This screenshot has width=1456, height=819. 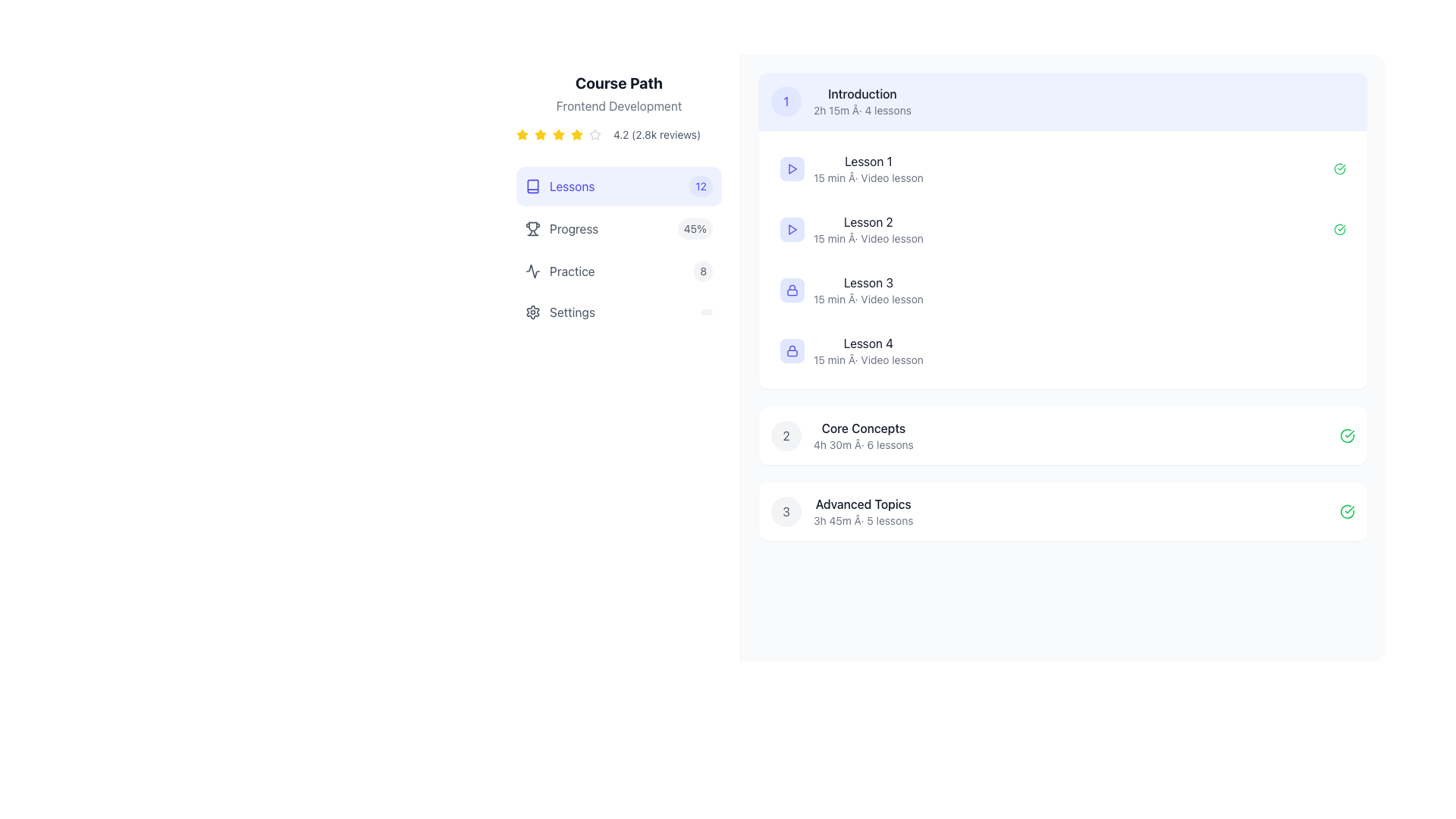 I want to click on the Rating display element that shows the average course rating and total reviews, located below the 'Frontend Development' text, so click(x=619, y=133).